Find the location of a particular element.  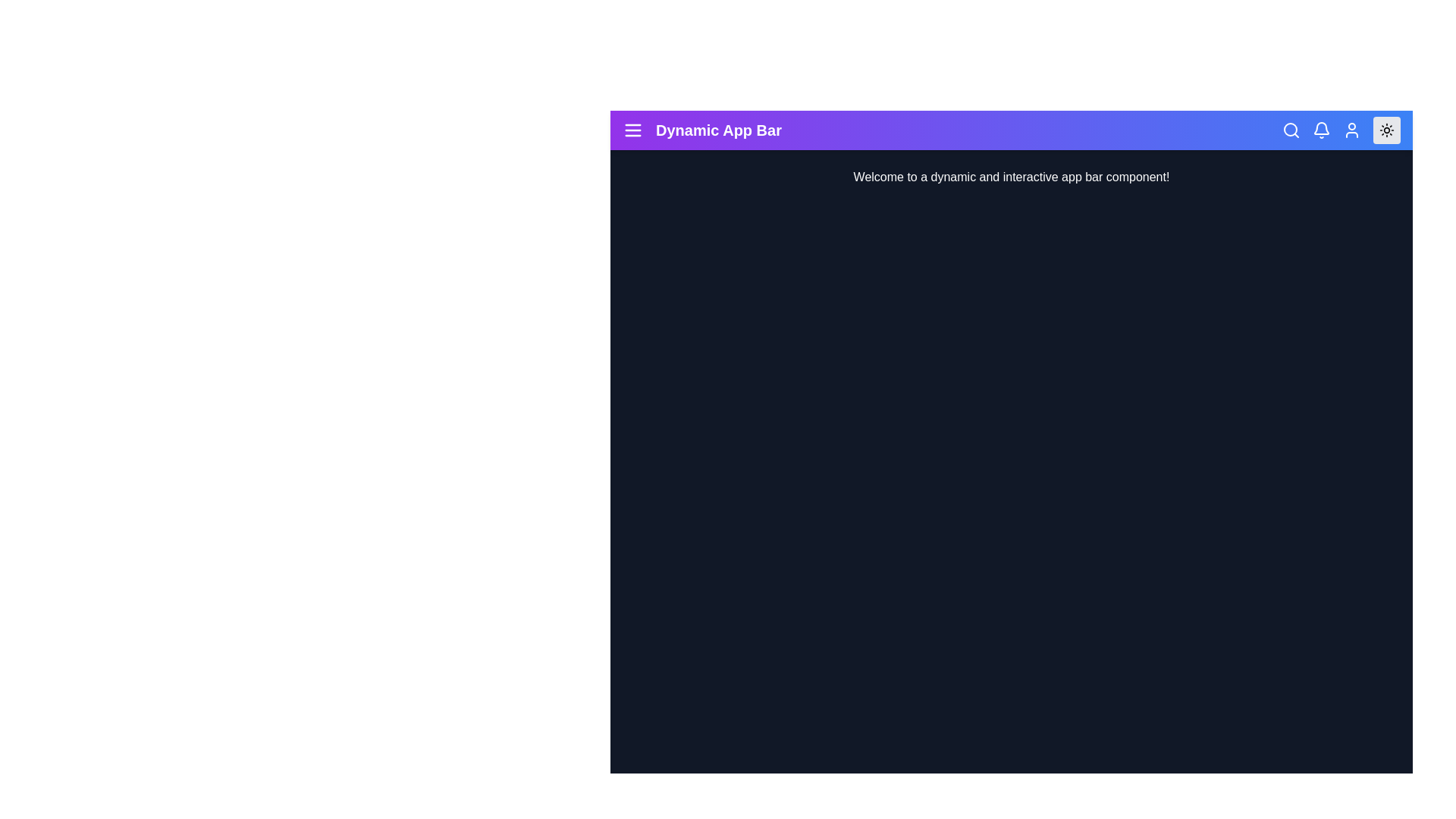

the text 'Welcome to a dynamic and interactive app bar component!' in the main content area is located at coordinates (629, 168).